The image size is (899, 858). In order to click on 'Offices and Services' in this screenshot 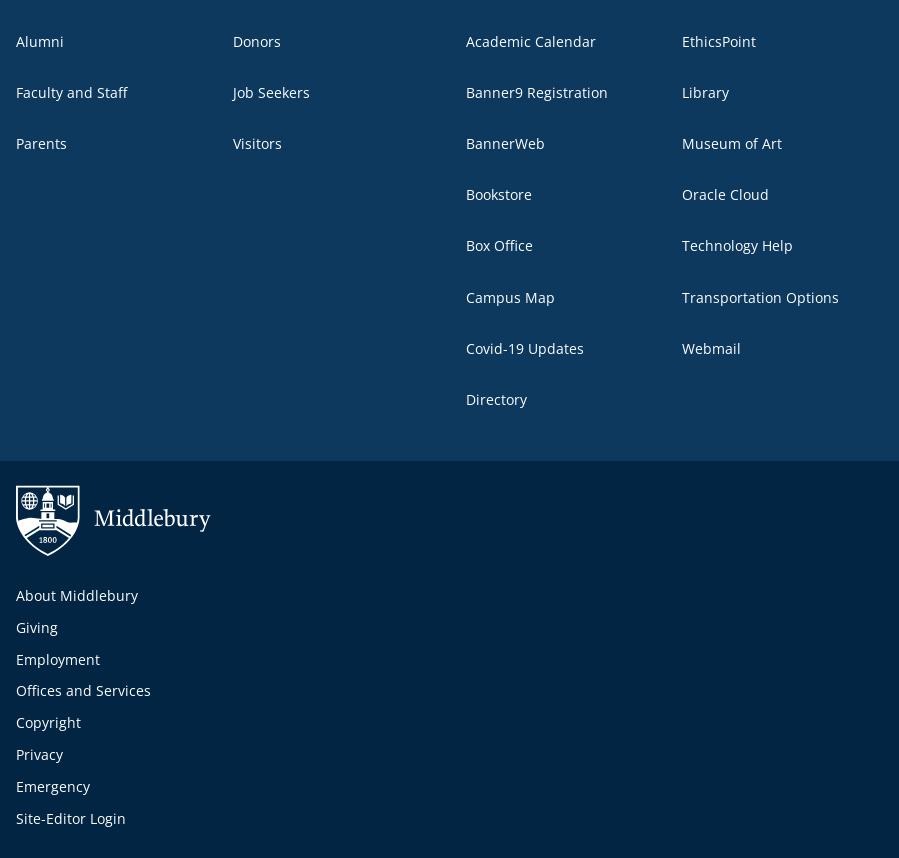, I will do `click(82, 690)`.